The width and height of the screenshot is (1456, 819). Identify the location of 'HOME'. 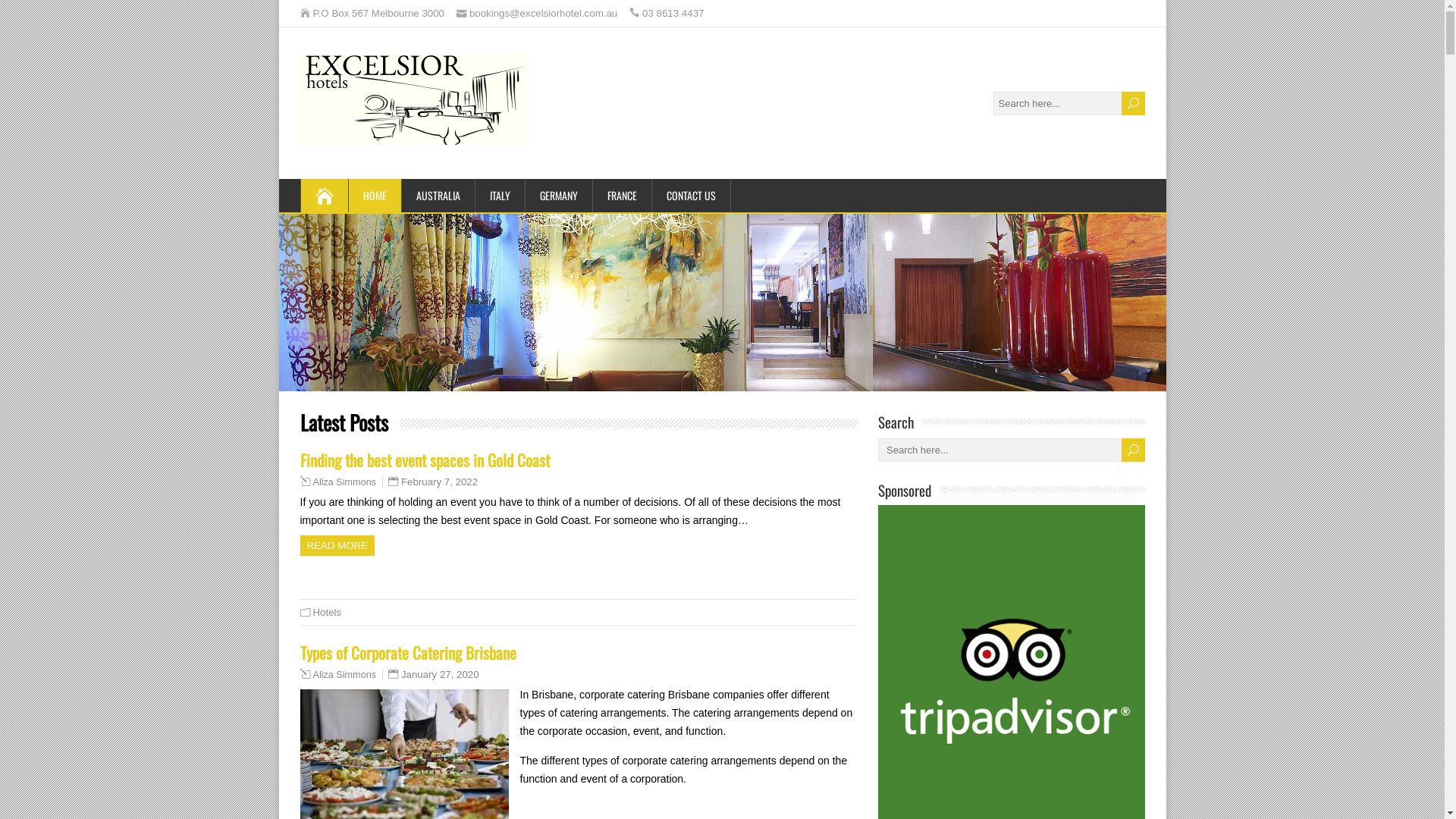
(375, 195).